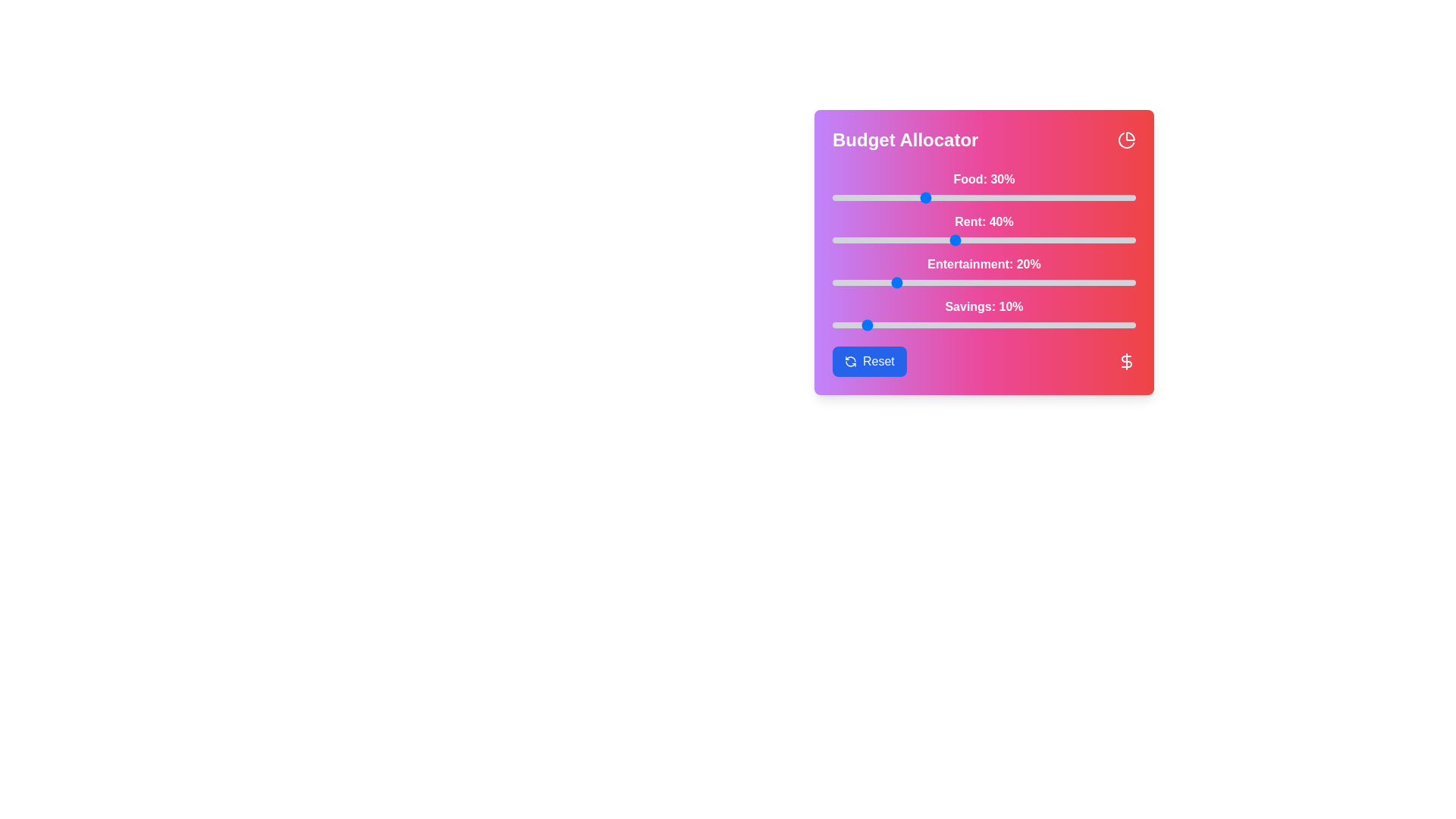 The height and width of the screenshot is (819, 1456). Describe the element at coordinates (1077, 283) in the screenshot. I see `the slider value` at that location.